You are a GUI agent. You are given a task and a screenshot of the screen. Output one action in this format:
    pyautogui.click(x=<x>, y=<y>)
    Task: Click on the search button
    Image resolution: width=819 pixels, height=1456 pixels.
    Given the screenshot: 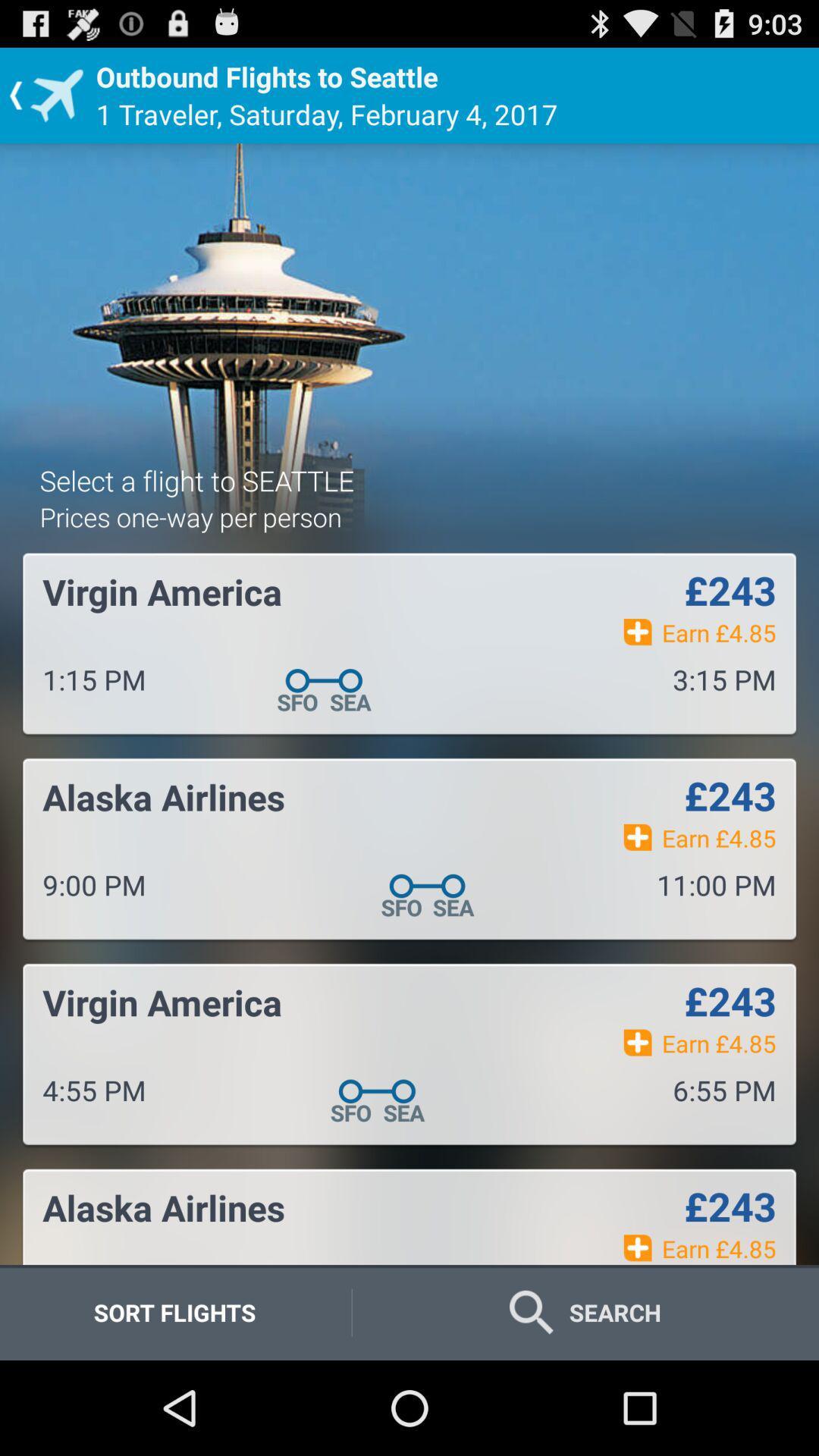 What is the action you would take?
    pyautogui.click(x=585, y=1312)
    